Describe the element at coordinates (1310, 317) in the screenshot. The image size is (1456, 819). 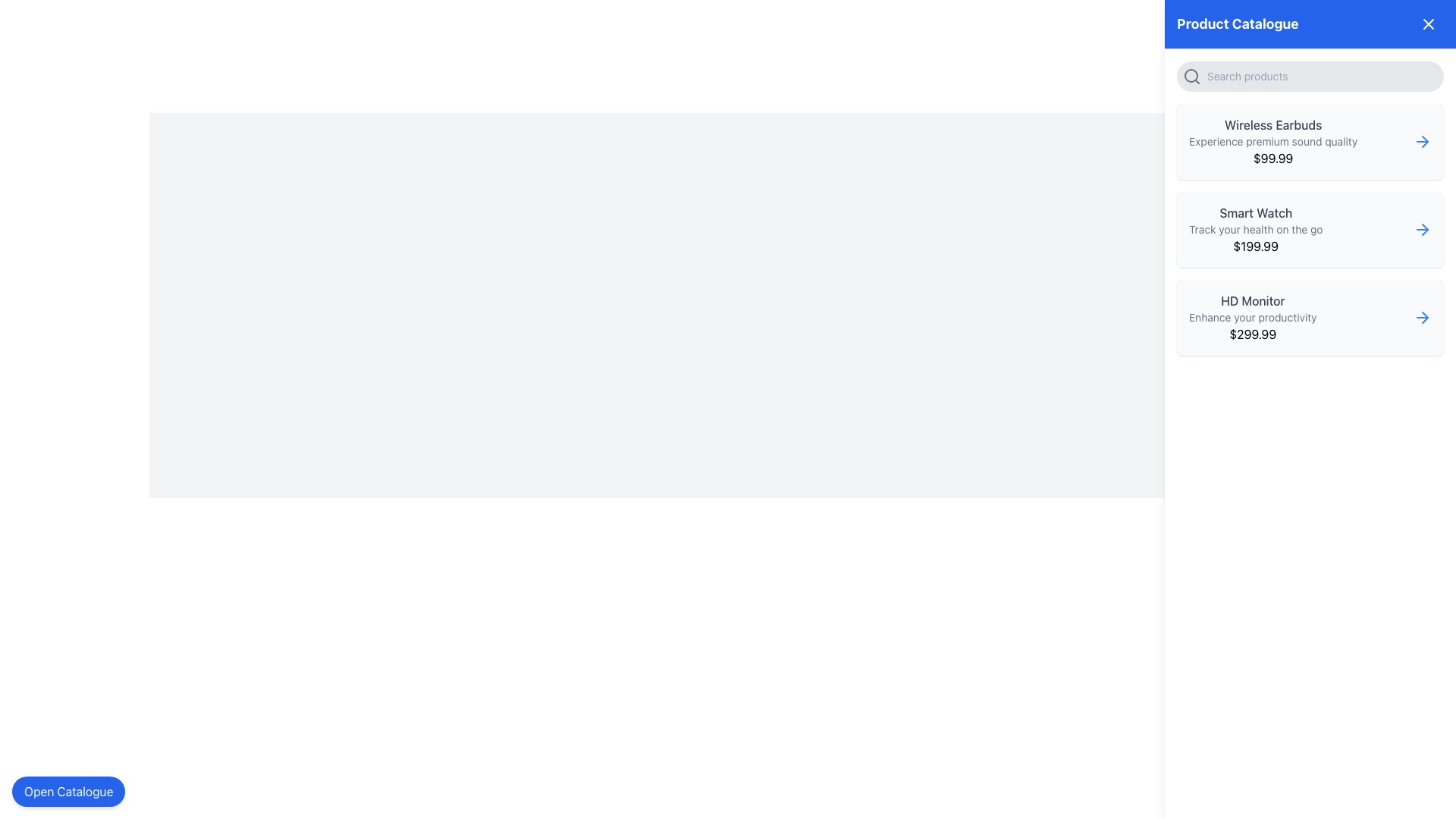
I see `the 'HD Monitor' card in the right panel of the 'Product Catalogue' section` at that location.